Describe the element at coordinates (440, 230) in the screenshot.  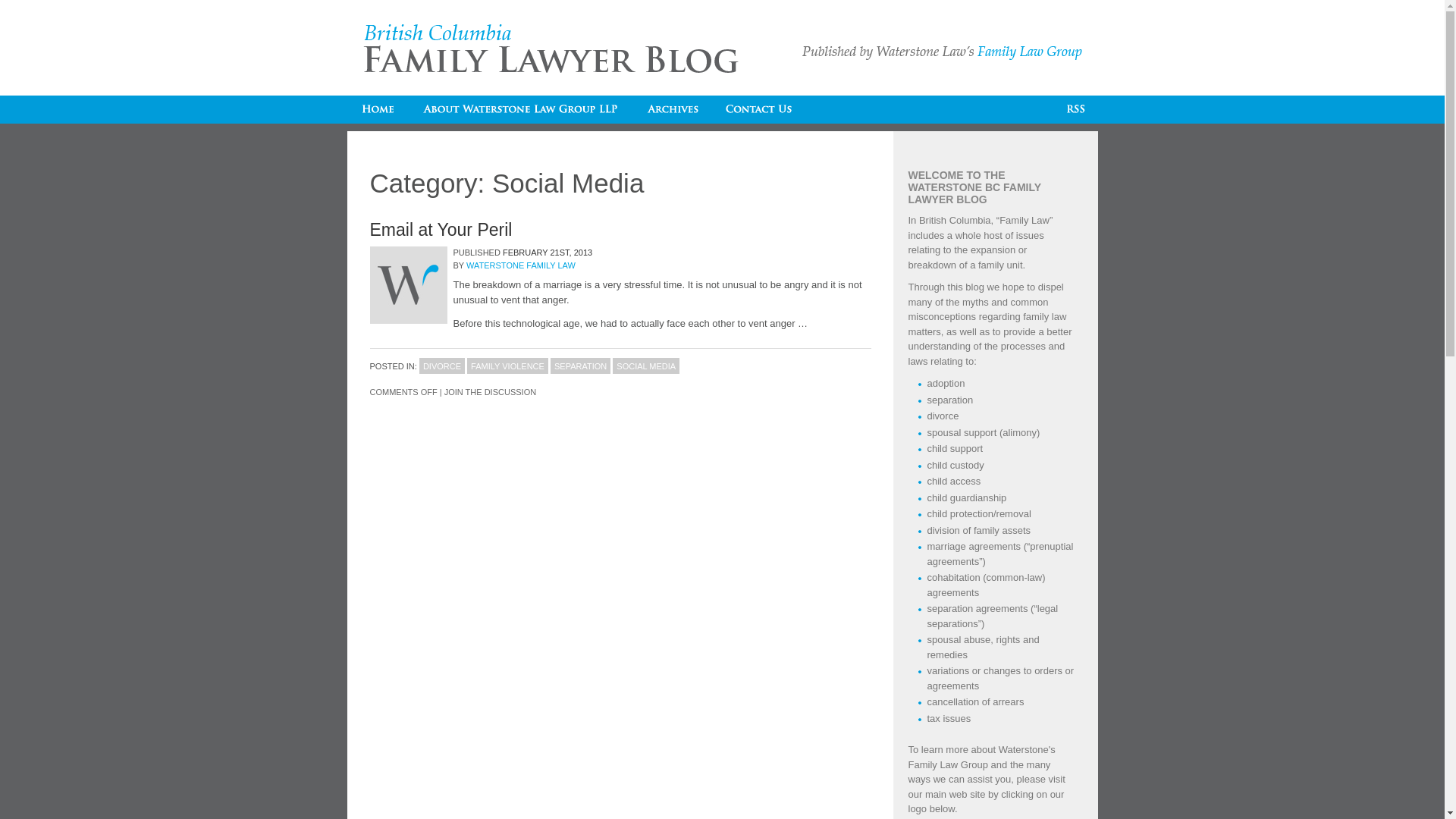
I see `'Email at Your Peril'` at that location.